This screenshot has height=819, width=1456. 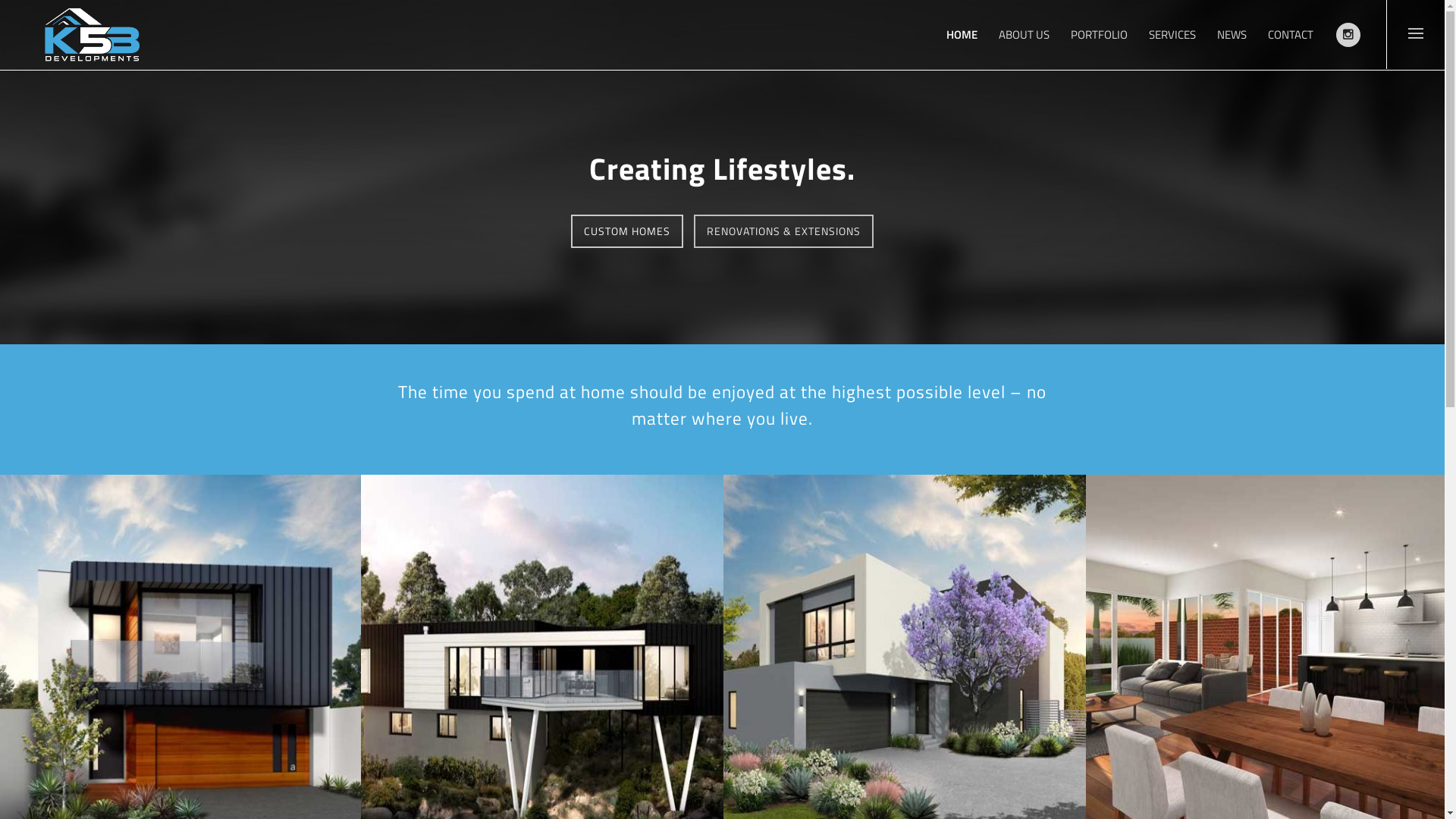 I want to click on 'CUSTOM HOMES', so click(x=626, y=231).